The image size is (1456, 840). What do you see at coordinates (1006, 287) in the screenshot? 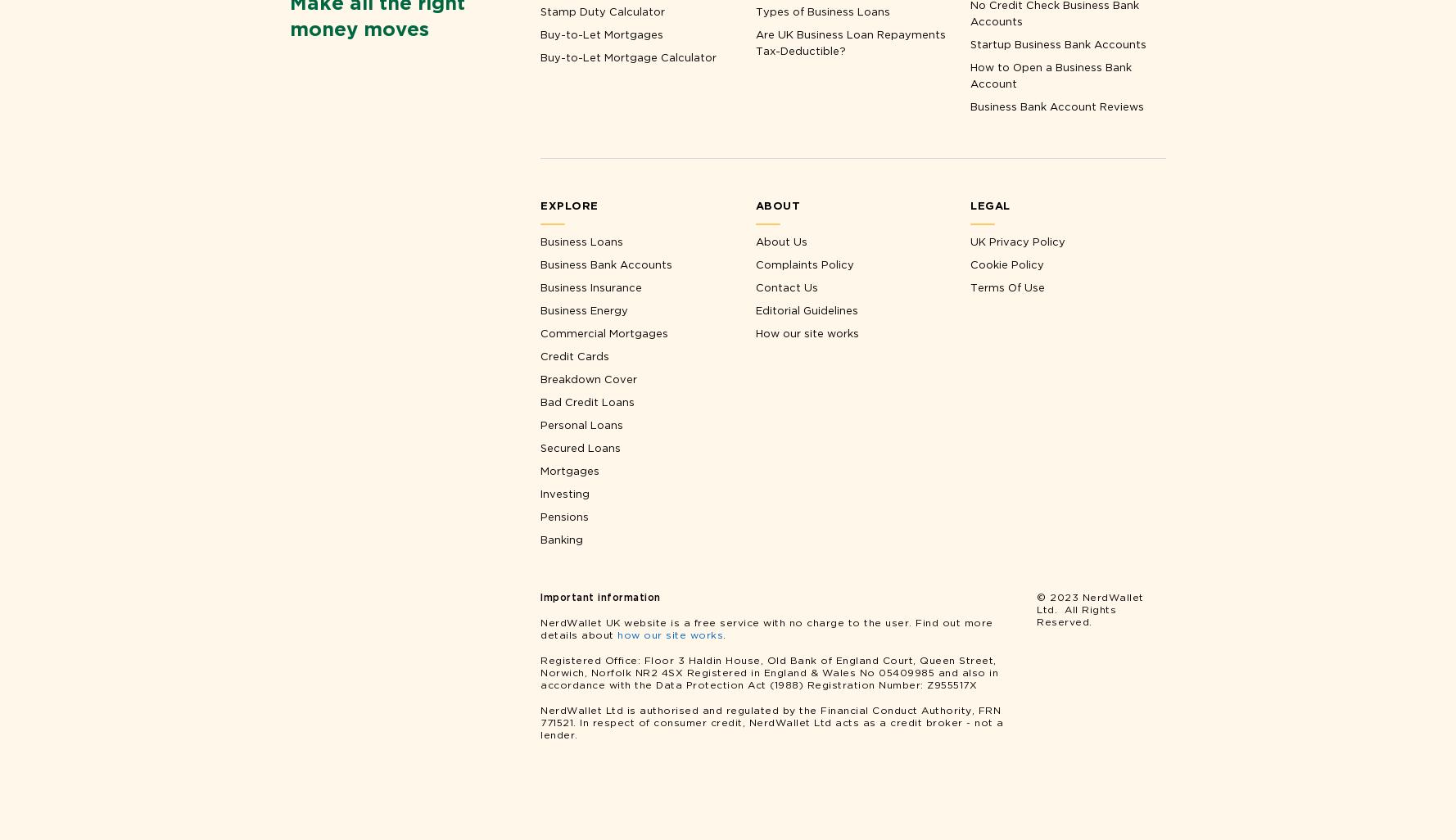
I see `'Terms Of Use'` at bounding box center [1006, 287].